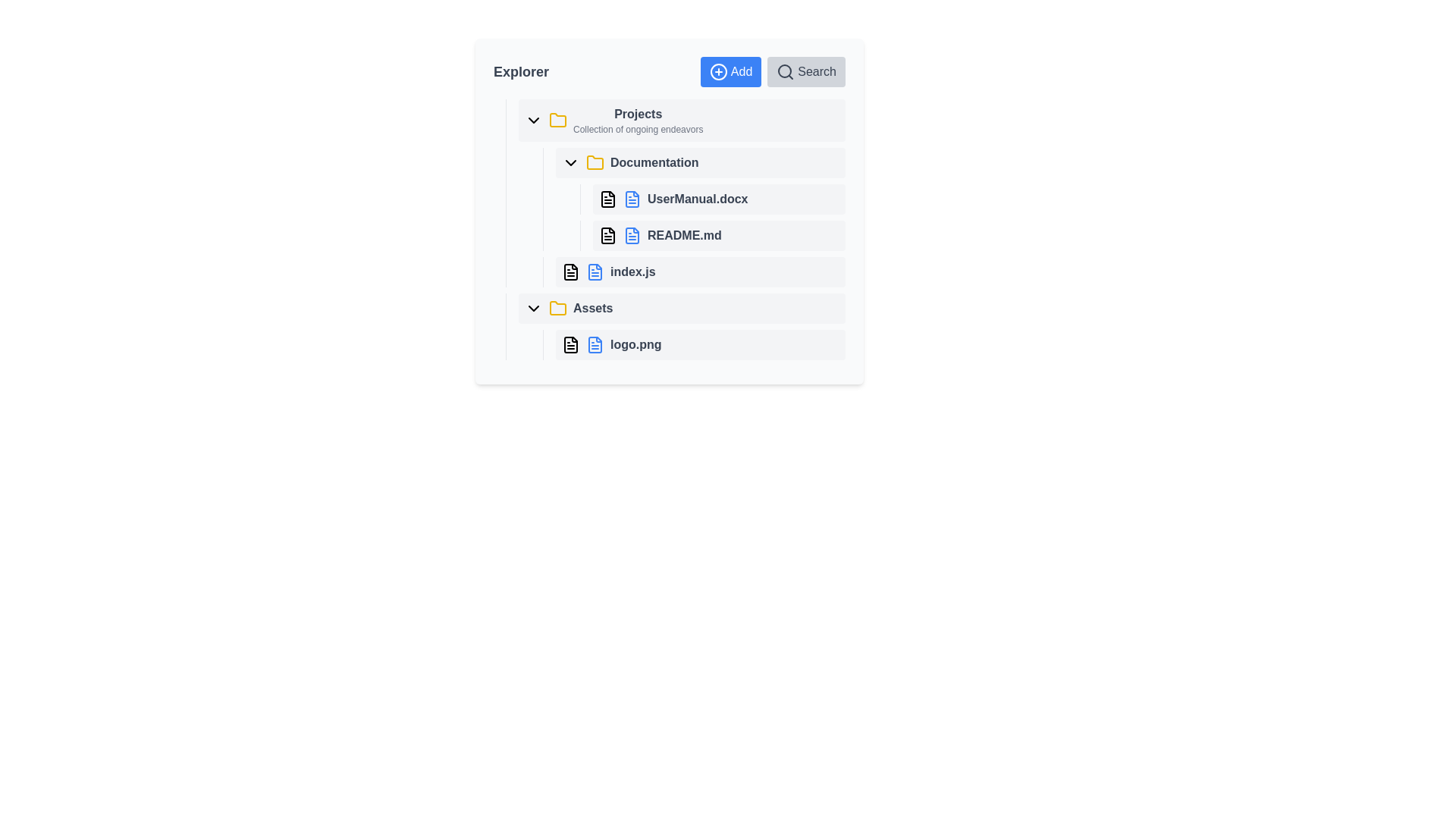  I want to click on the chevron icon next to the 'Projects' label, so click(534, 119).